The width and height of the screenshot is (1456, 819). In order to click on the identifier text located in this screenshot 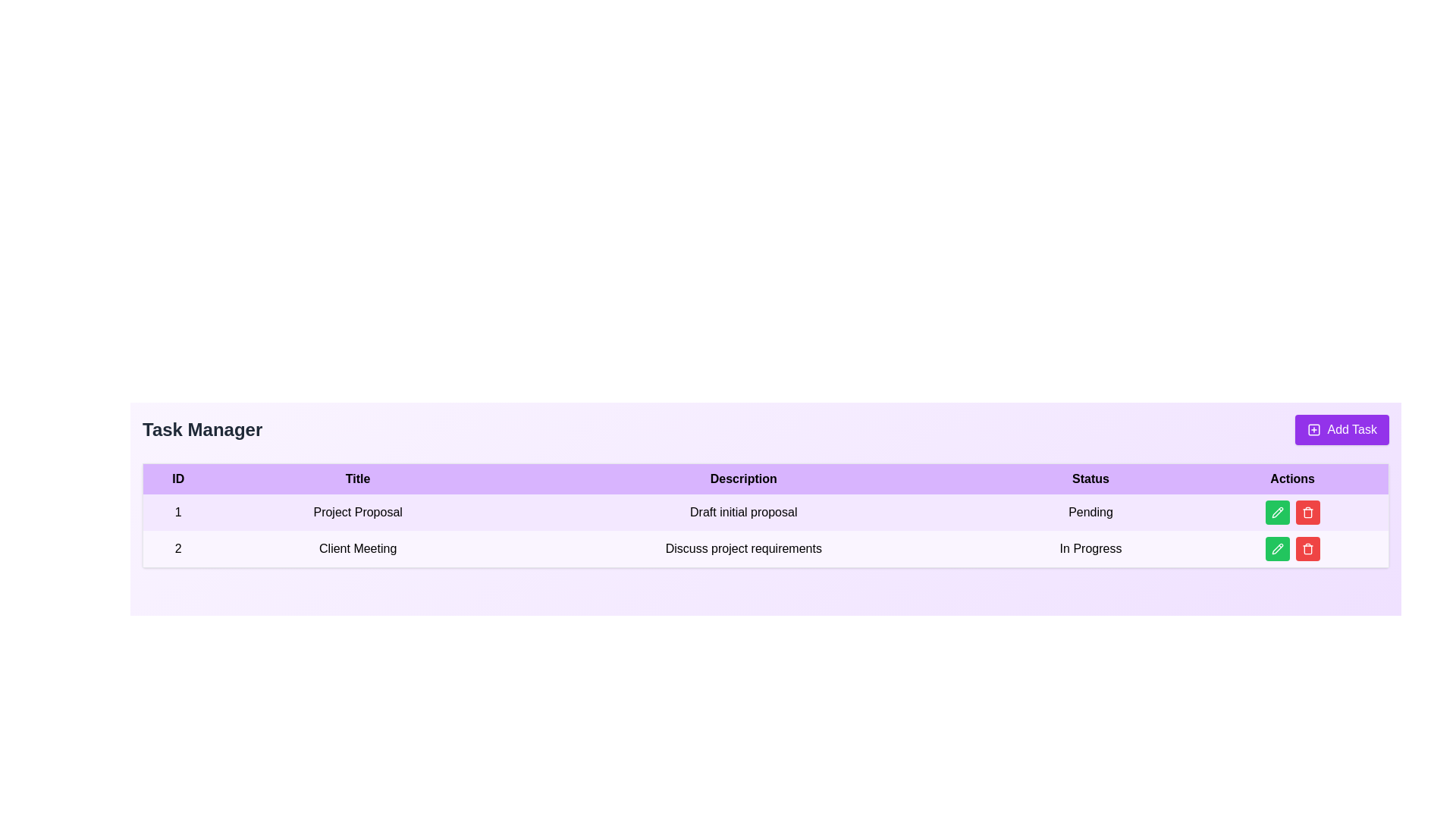, I will do `click(178, 549)`.